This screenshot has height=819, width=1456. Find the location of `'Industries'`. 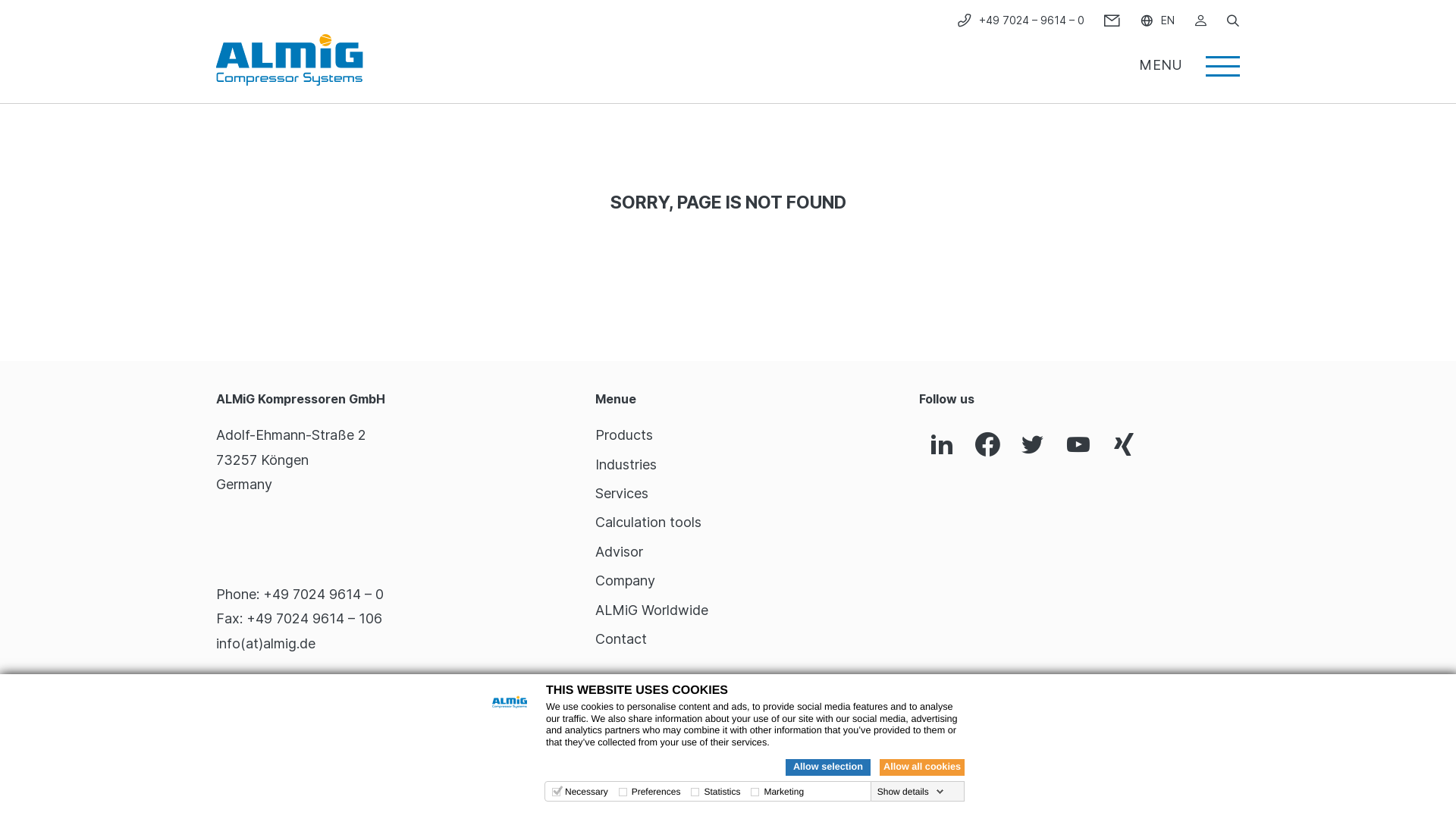

'Industries' is located at coordinates (626, 463).